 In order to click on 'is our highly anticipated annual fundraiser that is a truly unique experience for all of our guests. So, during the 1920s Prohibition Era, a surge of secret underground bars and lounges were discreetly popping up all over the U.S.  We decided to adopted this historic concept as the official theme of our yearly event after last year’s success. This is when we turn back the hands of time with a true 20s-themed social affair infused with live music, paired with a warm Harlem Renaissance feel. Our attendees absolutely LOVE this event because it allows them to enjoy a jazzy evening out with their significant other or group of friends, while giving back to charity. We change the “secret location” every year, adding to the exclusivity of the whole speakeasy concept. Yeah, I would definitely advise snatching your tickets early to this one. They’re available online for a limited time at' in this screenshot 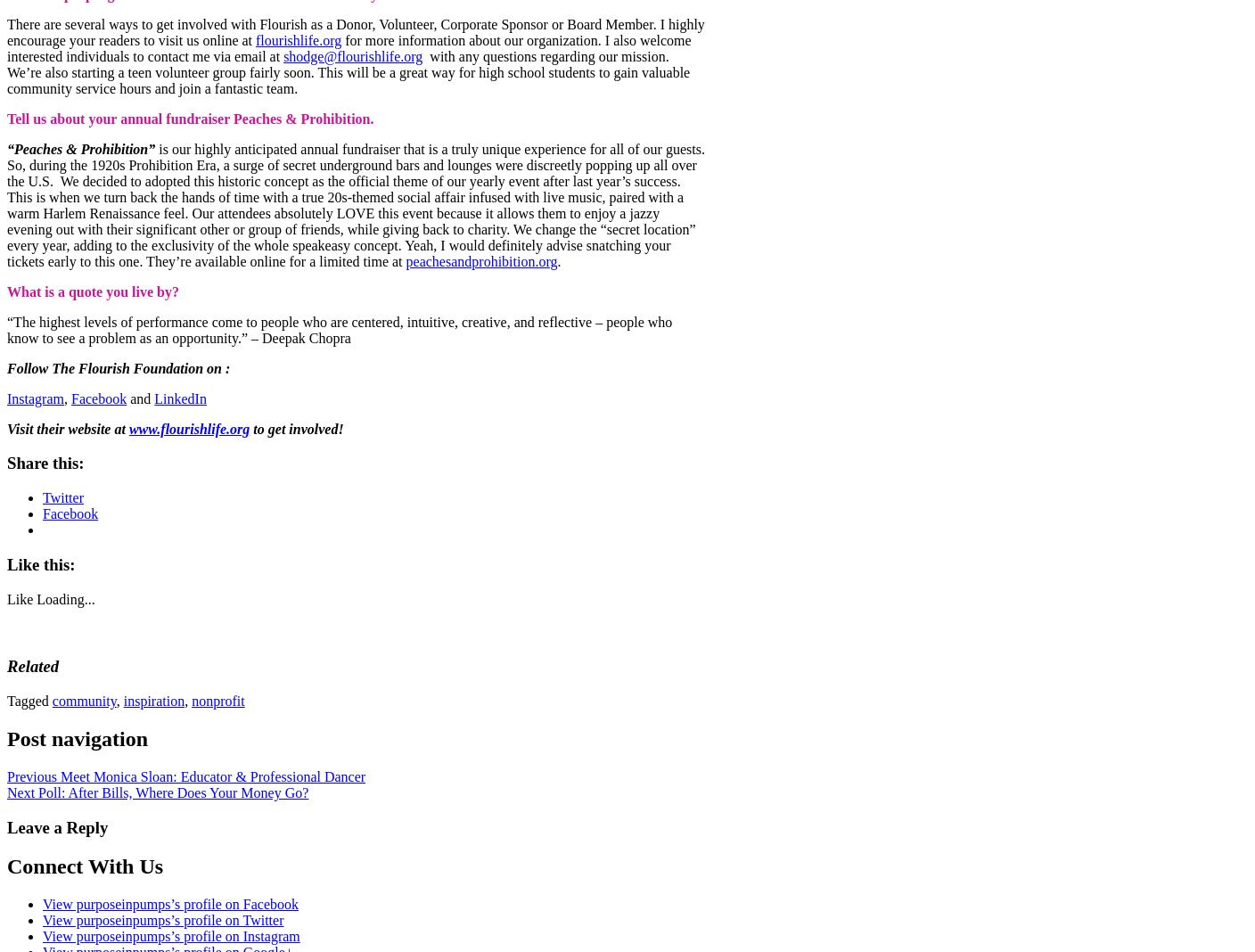, I will do `click(355, 204)`.